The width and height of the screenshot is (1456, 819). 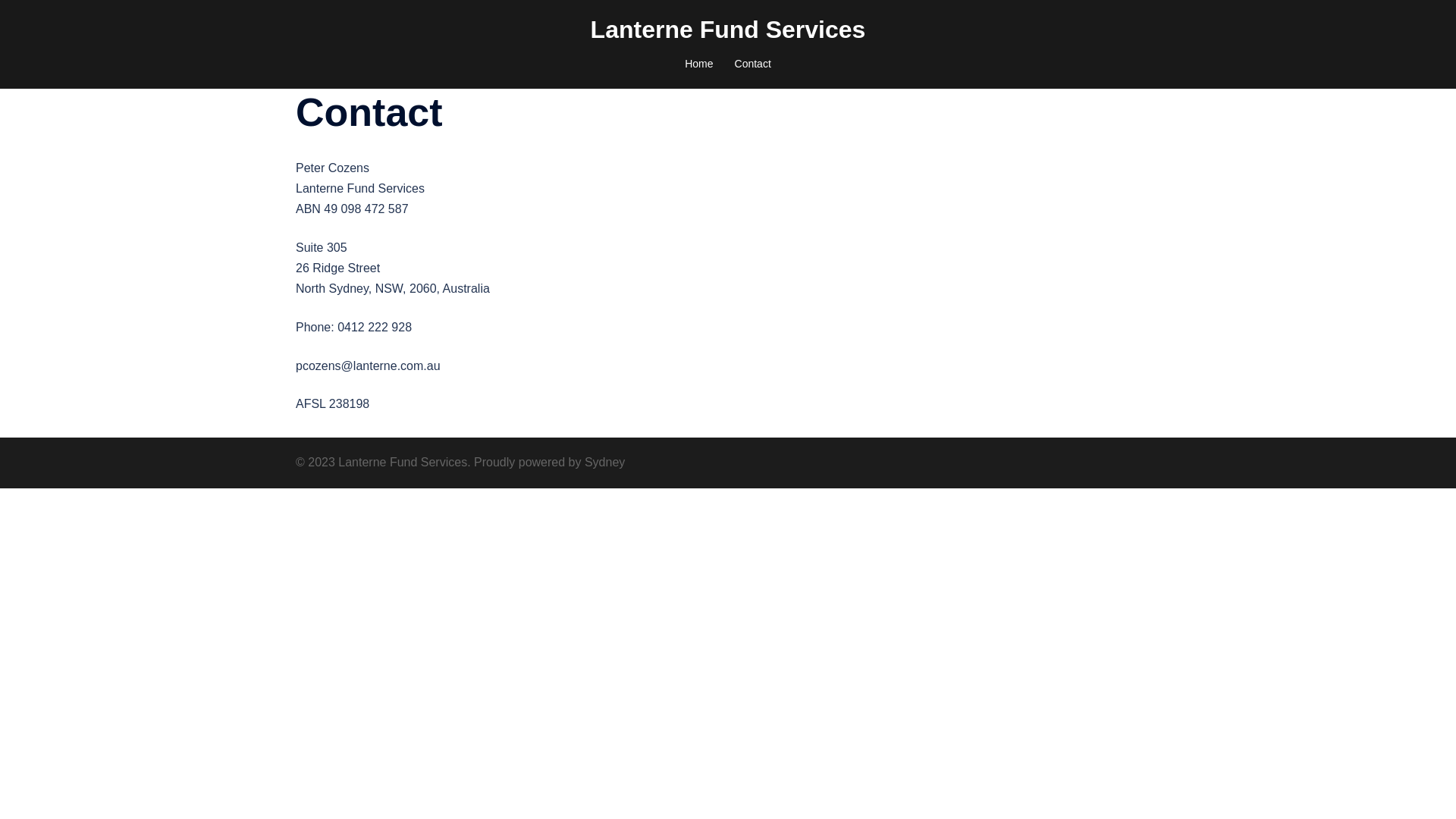 I want to click on 'Sydney', so click(x=604, y=461).